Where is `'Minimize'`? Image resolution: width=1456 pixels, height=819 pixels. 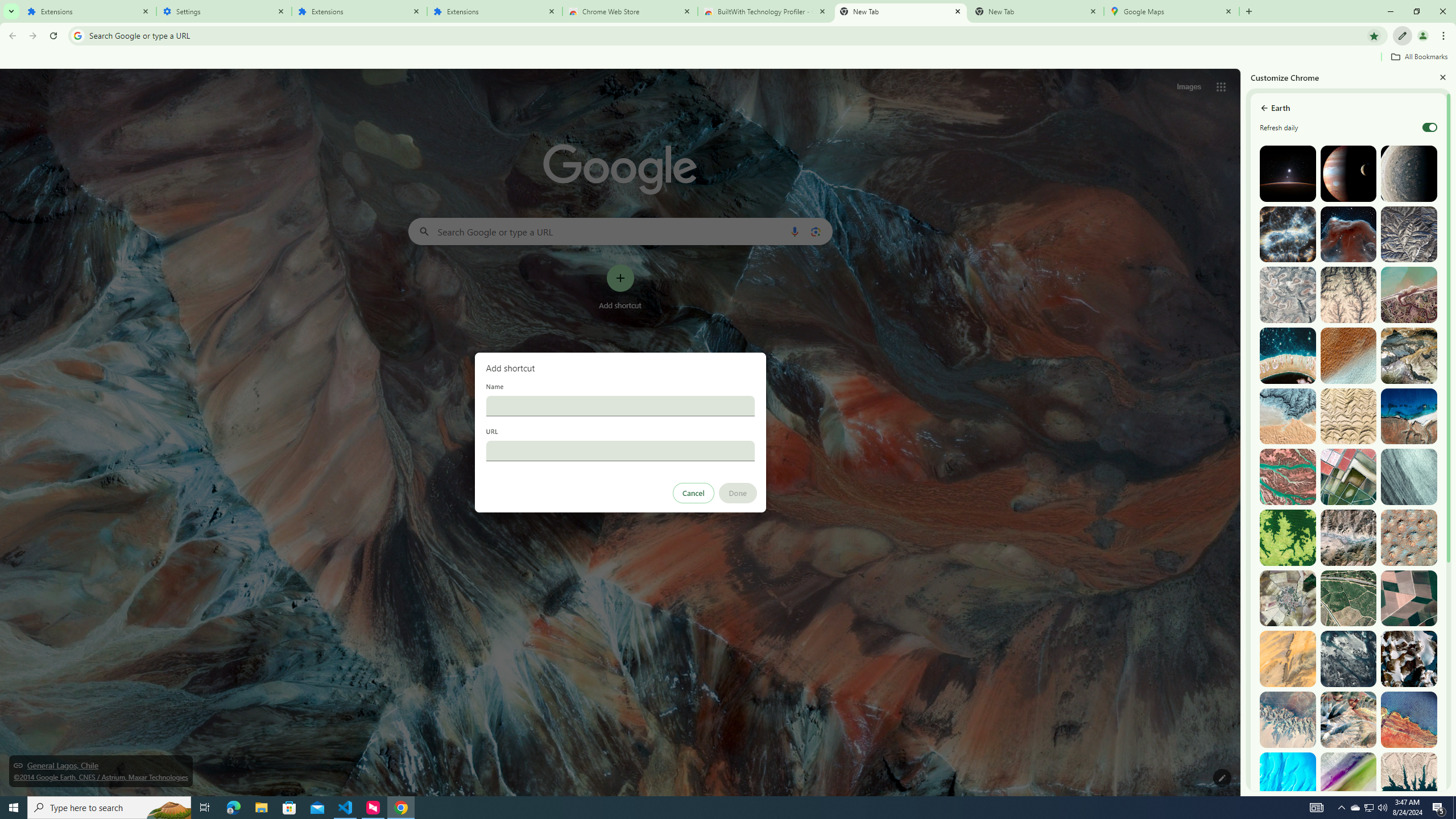 'Minimize' is located at coordinates (1389, 11).